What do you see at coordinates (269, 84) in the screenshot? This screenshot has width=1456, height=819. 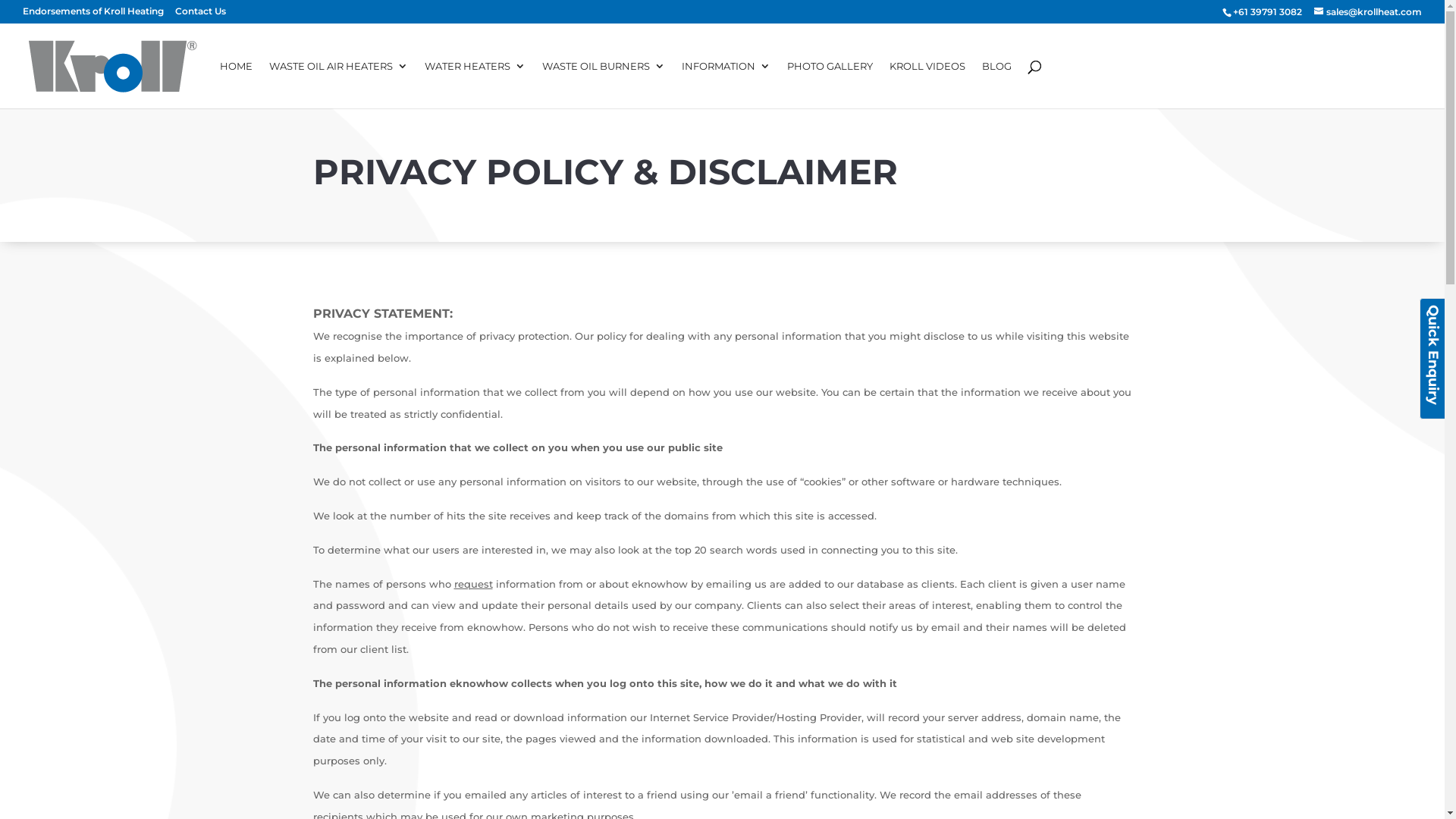 I see `'WASTE OIL AIR HEATERS'` at bounding box center [269, 84].